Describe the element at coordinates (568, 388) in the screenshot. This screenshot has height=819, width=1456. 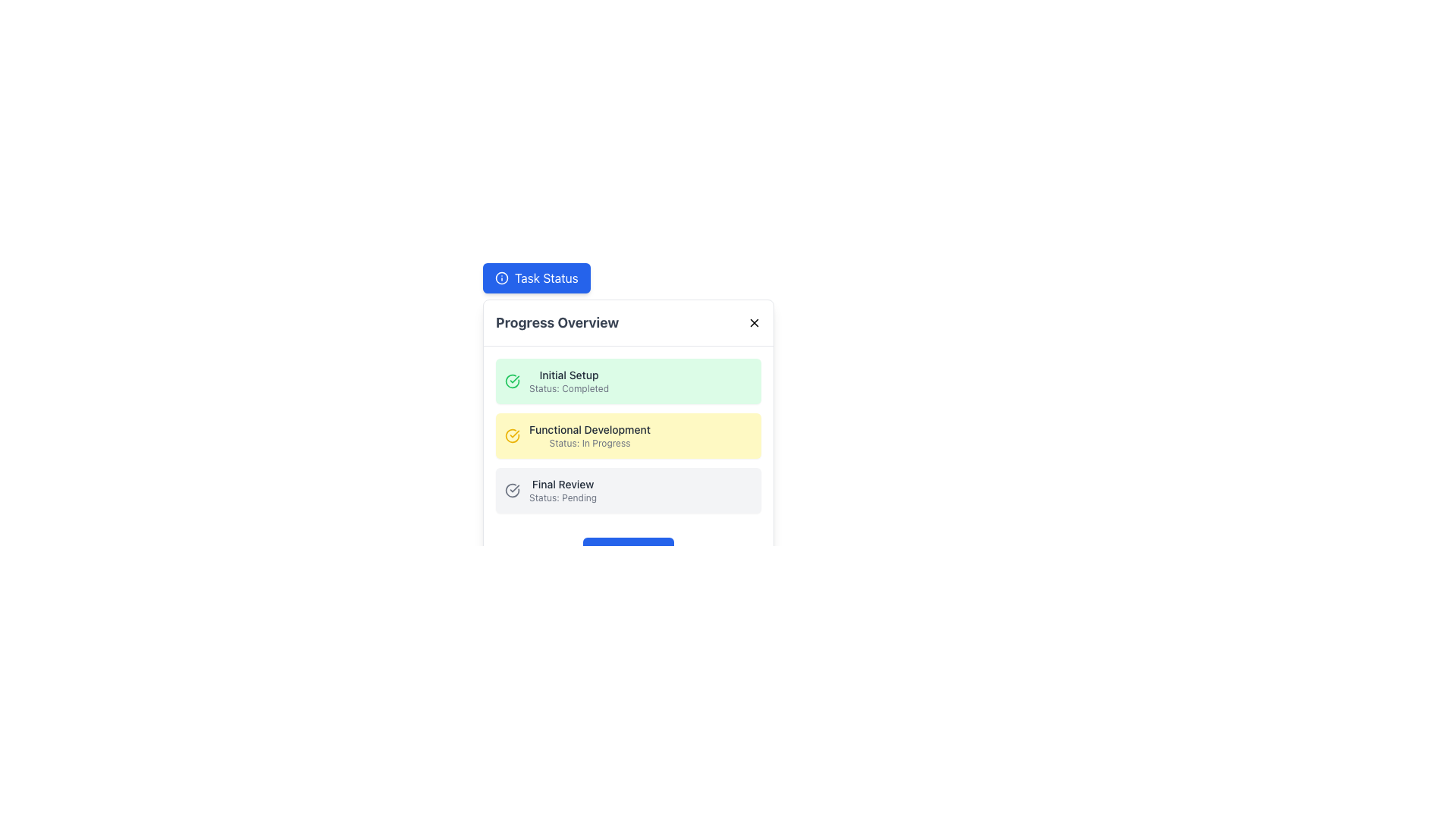
I see `informational text label that displays 'Status: Completed', located below the 'Initial Setup' label within the green-tinted block` at that location.